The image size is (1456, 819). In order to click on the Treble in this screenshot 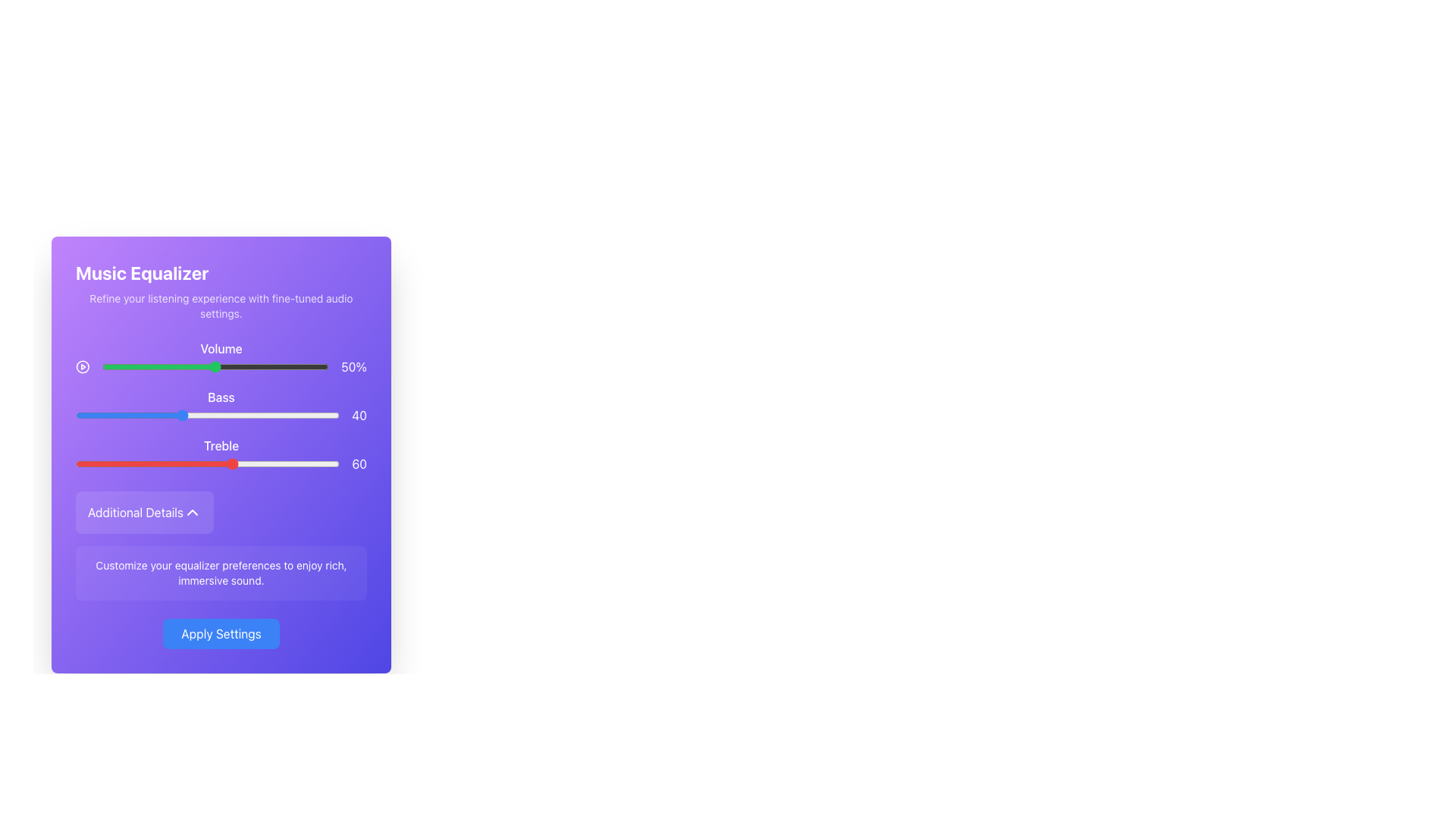, I will do `click(106, 463)`.